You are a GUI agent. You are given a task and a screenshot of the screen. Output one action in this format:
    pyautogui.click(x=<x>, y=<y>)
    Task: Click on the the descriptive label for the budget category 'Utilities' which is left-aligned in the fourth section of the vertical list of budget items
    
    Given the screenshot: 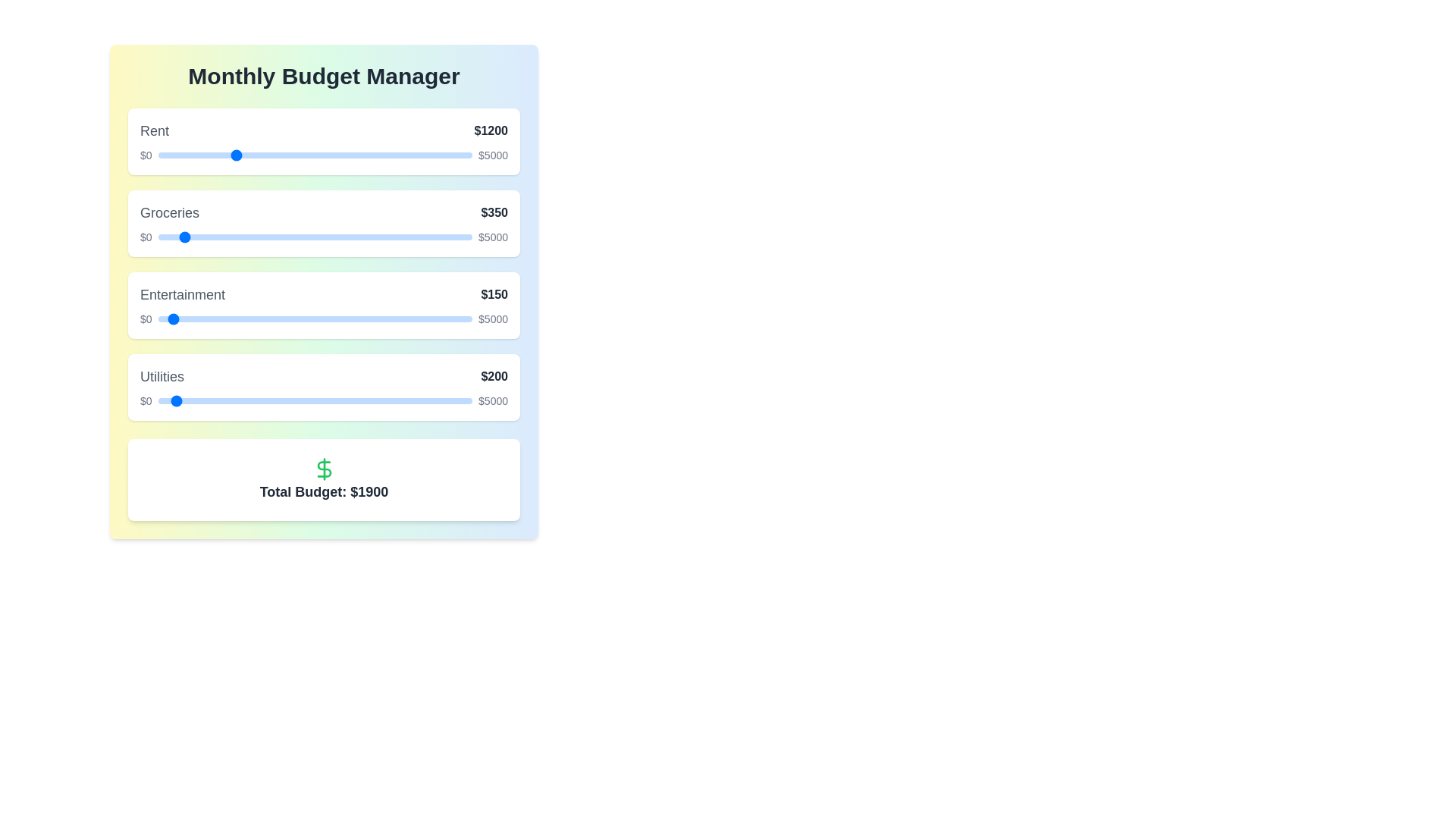 What is the action you would take?
    pyautogui.click(x=162, y=376)
    